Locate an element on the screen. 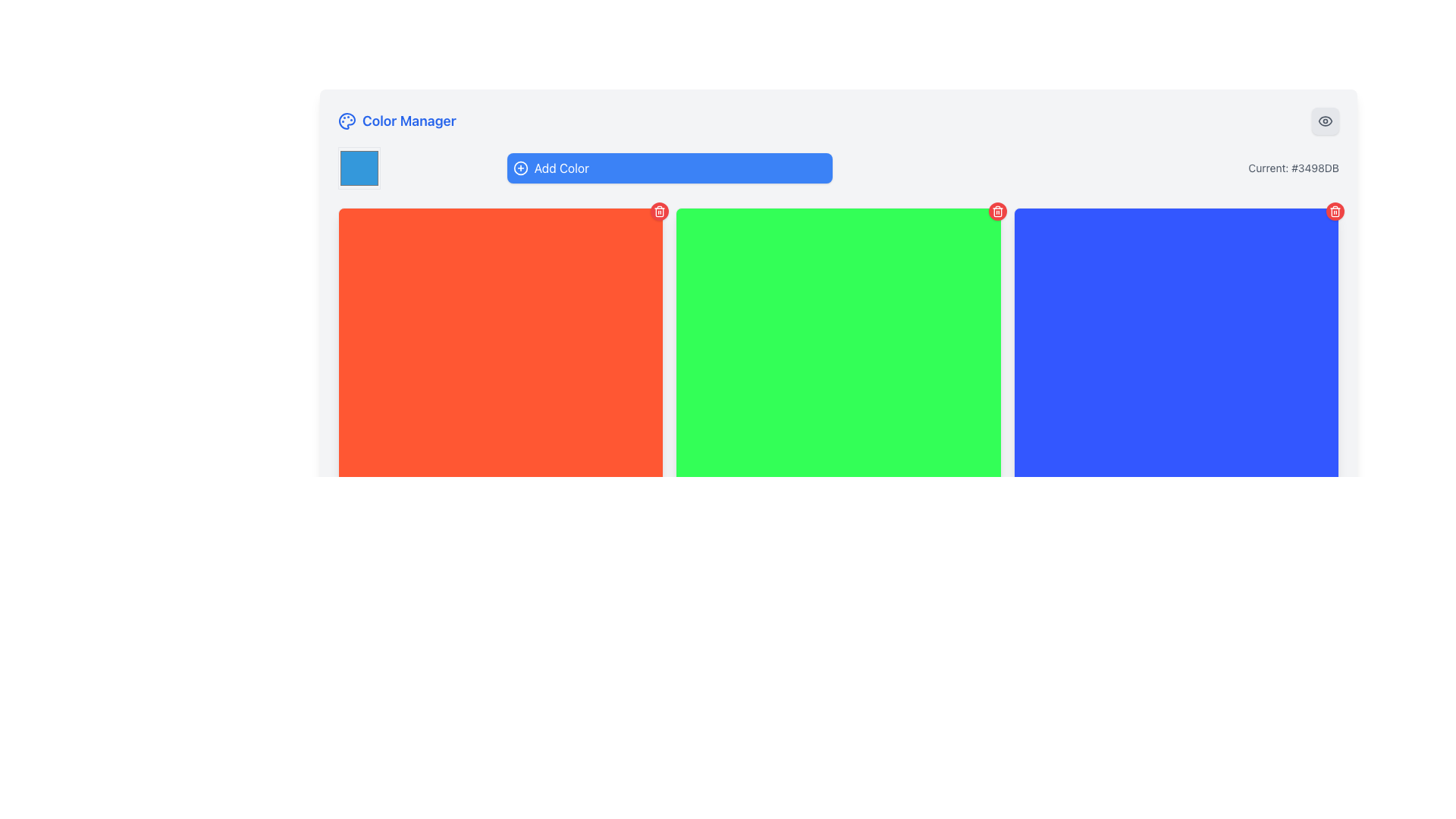 The height and width of the screenshot is (819, 1456). the visibility toggle button with a light gray background and eye icon located at the top right corner of the interface is located at coordinates (1324, 120).